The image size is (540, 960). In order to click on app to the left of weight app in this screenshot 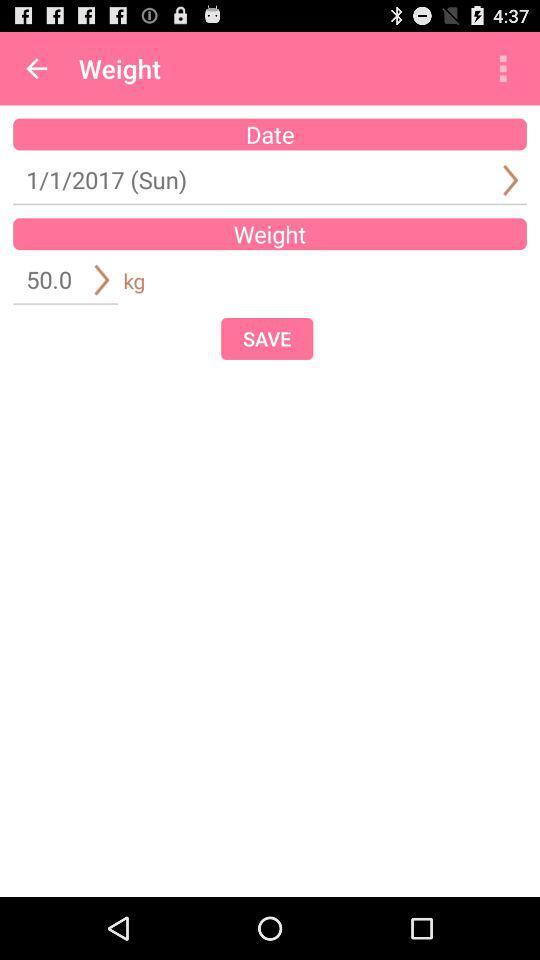, I will do `click(36, 68)`.